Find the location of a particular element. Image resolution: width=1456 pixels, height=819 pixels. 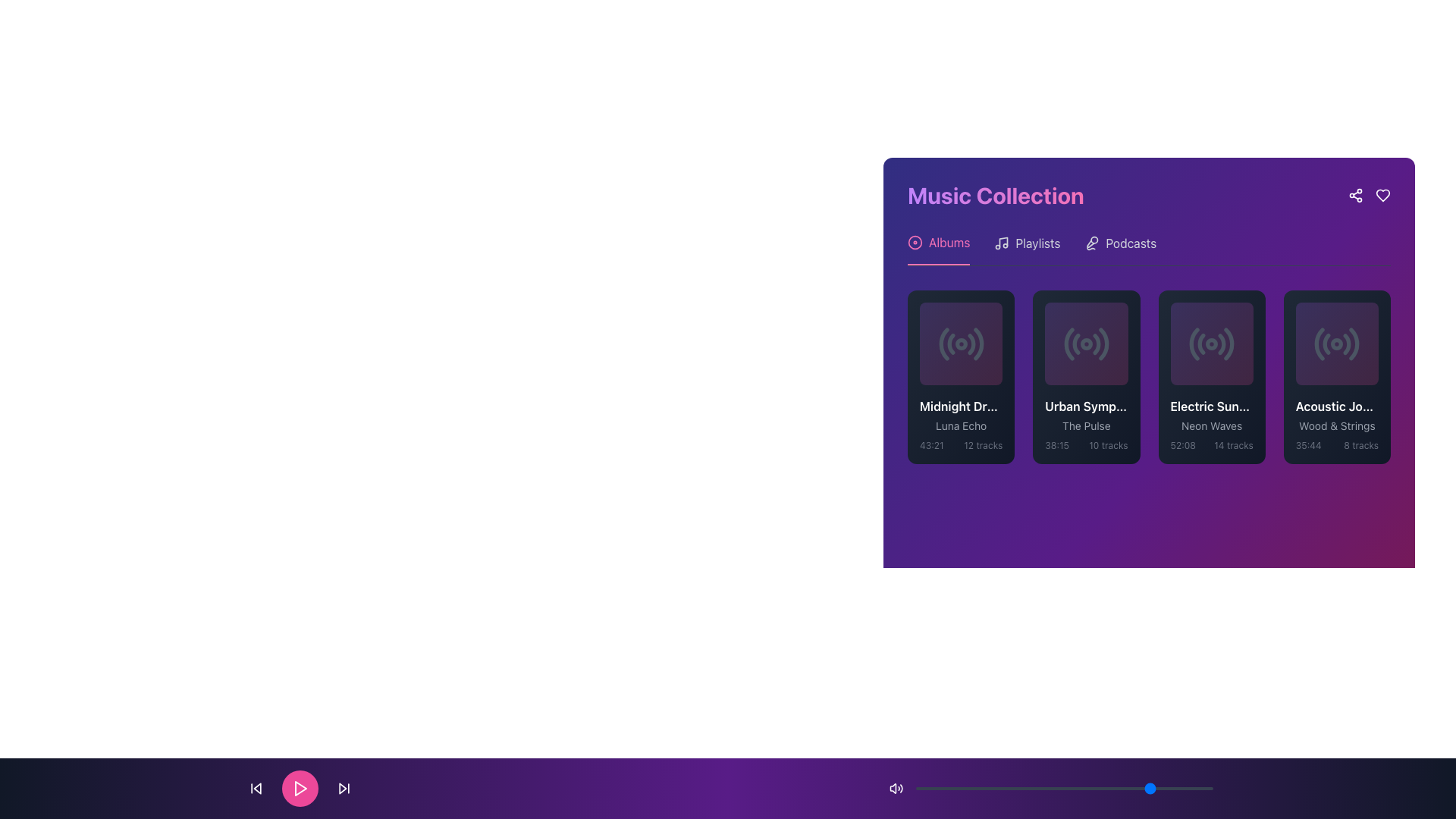

the 'Podcasts' navigation link, which features gray text that turns pink on hover and has a microphone icon to the left of the label is located at coordinates (1120, 248).